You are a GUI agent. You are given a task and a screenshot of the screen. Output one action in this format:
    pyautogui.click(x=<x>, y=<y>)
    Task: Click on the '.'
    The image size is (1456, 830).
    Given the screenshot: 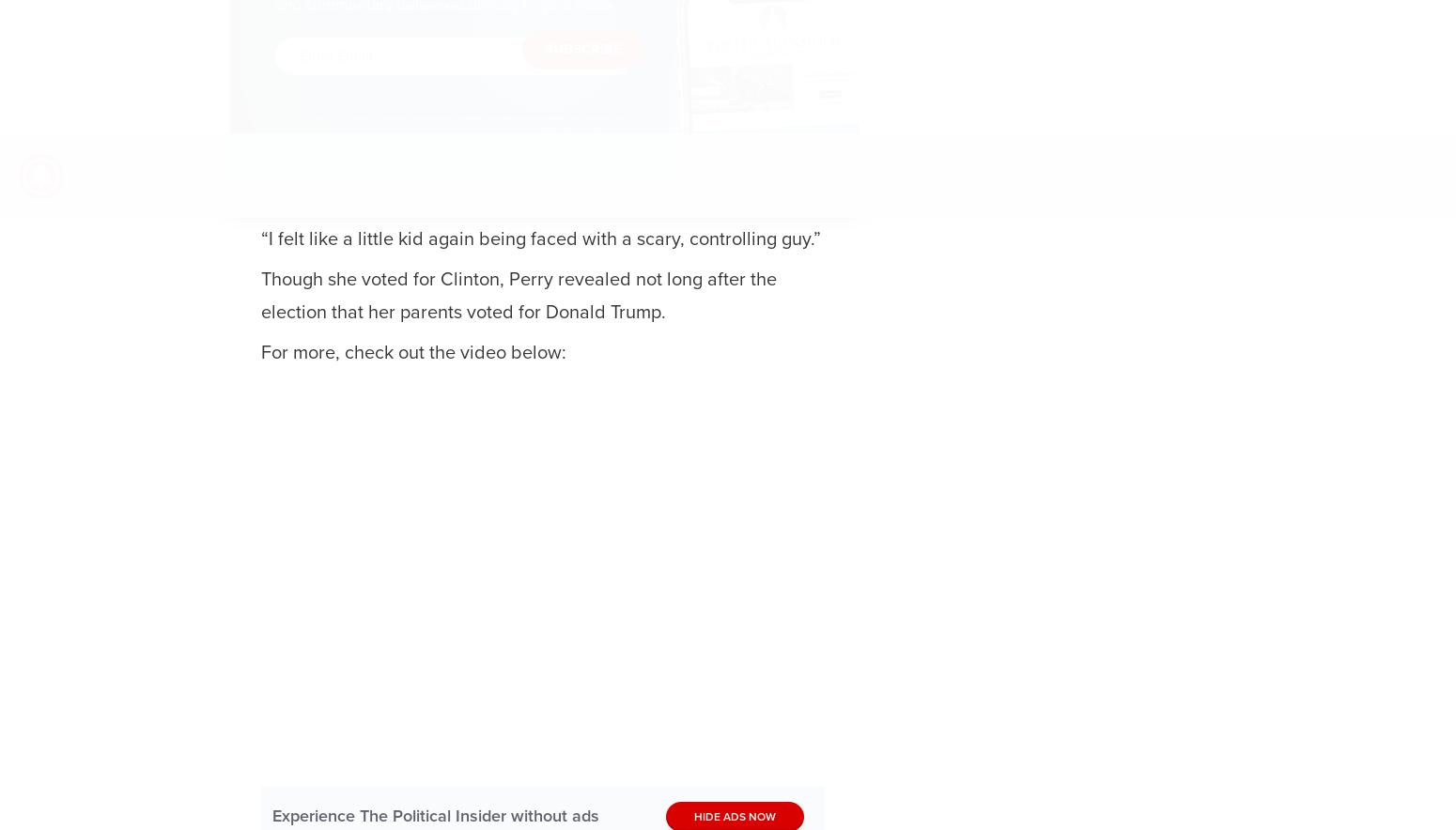 What is the action you would take?
    pyautogui.click(x=500, y=141)
    